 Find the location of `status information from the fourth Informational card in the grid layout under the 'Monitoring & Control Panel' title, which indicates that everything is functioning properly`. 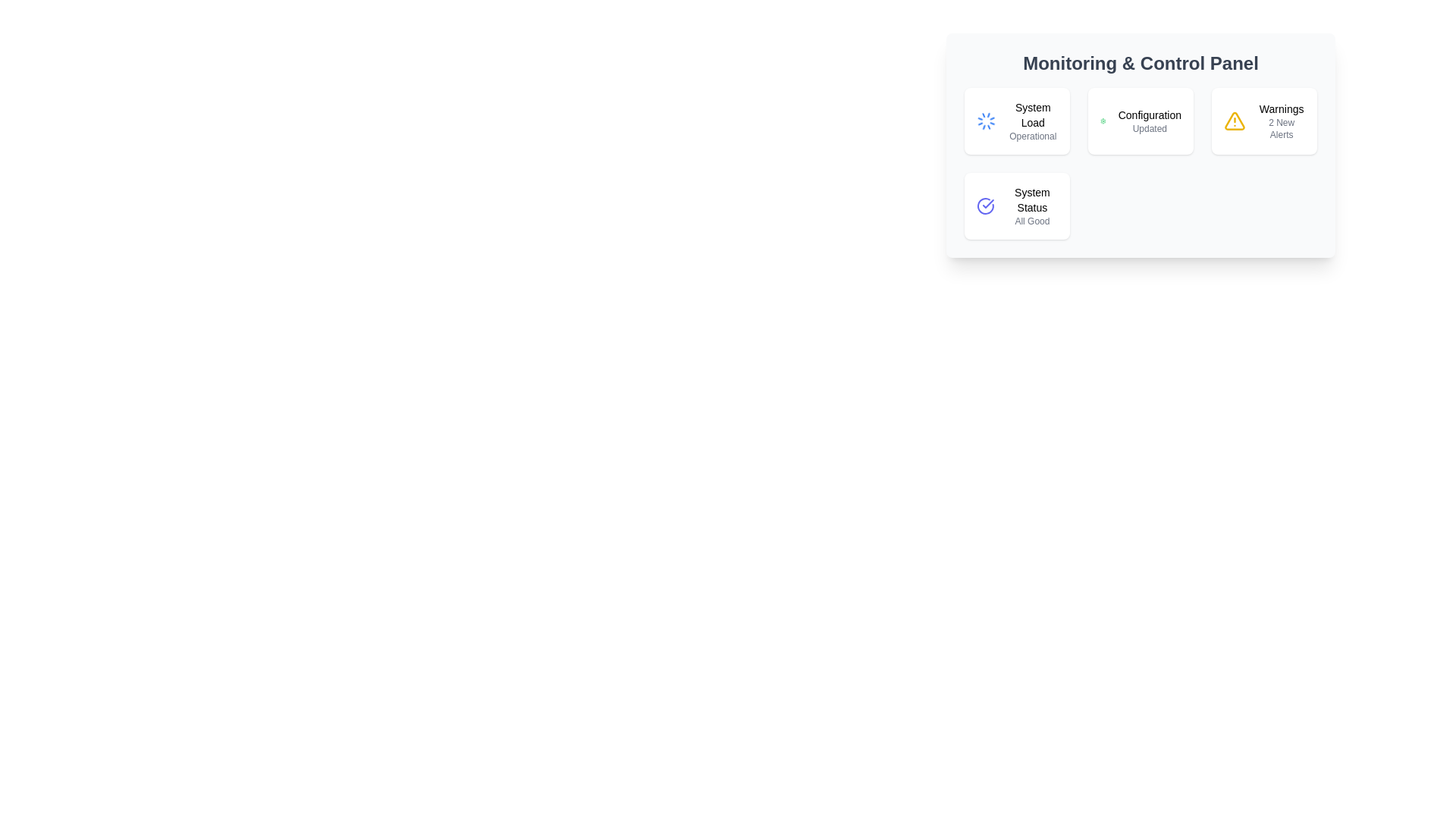

status information from the fourth Informational card in the grid layout under the 'Monitoring & Control Panel' title, which indicates that everything is functioning properly is located at coordinates (1017, 206).